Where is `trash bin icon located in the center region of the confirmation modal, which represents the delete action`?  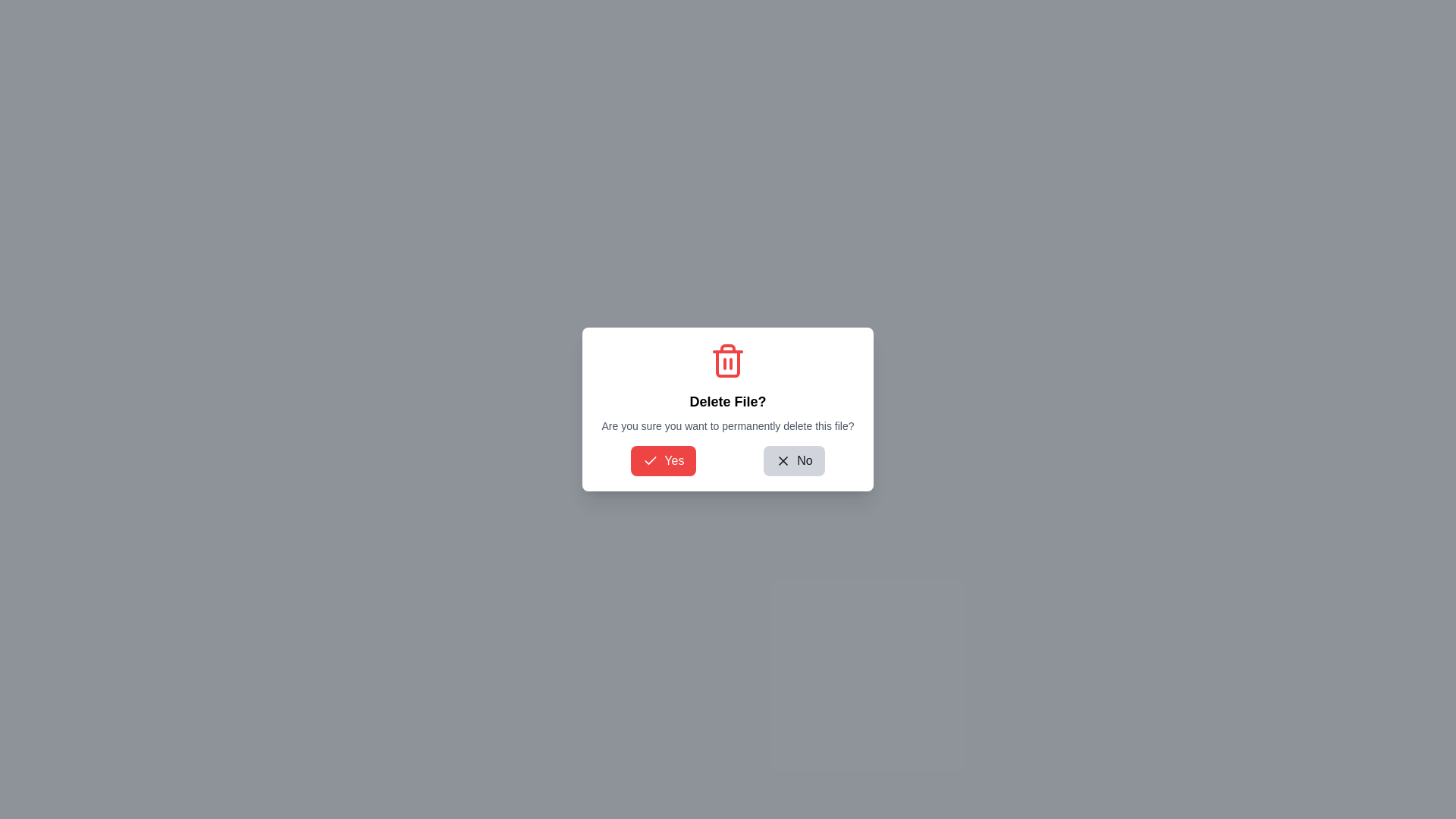 trash bin icon located in the center region of the confirmation modal, which represents the delete action is located at coordinates (728, 363).